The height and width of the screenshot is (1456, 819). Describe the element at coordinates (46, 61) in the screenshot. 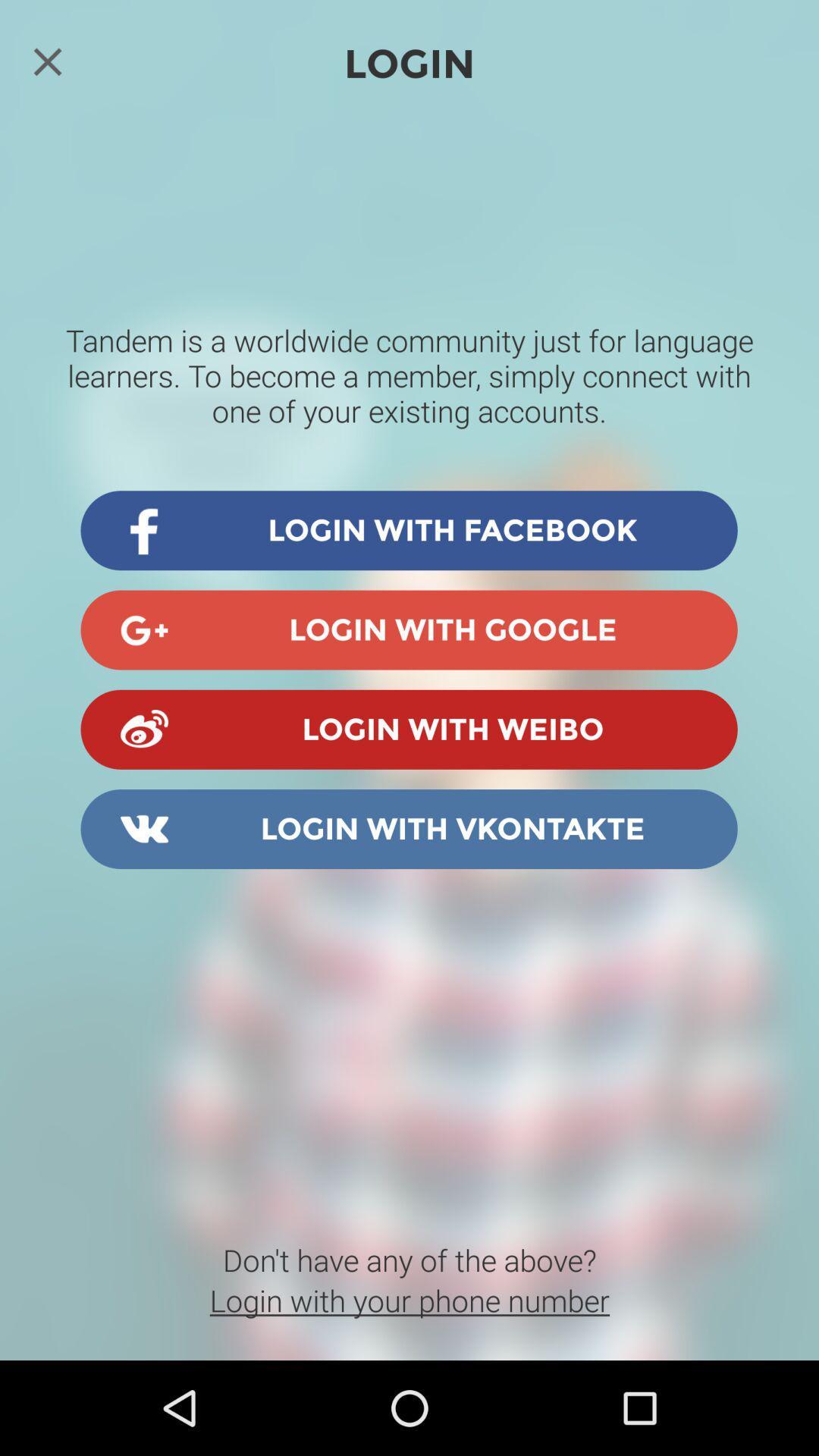

I see `the close icon` at that location.